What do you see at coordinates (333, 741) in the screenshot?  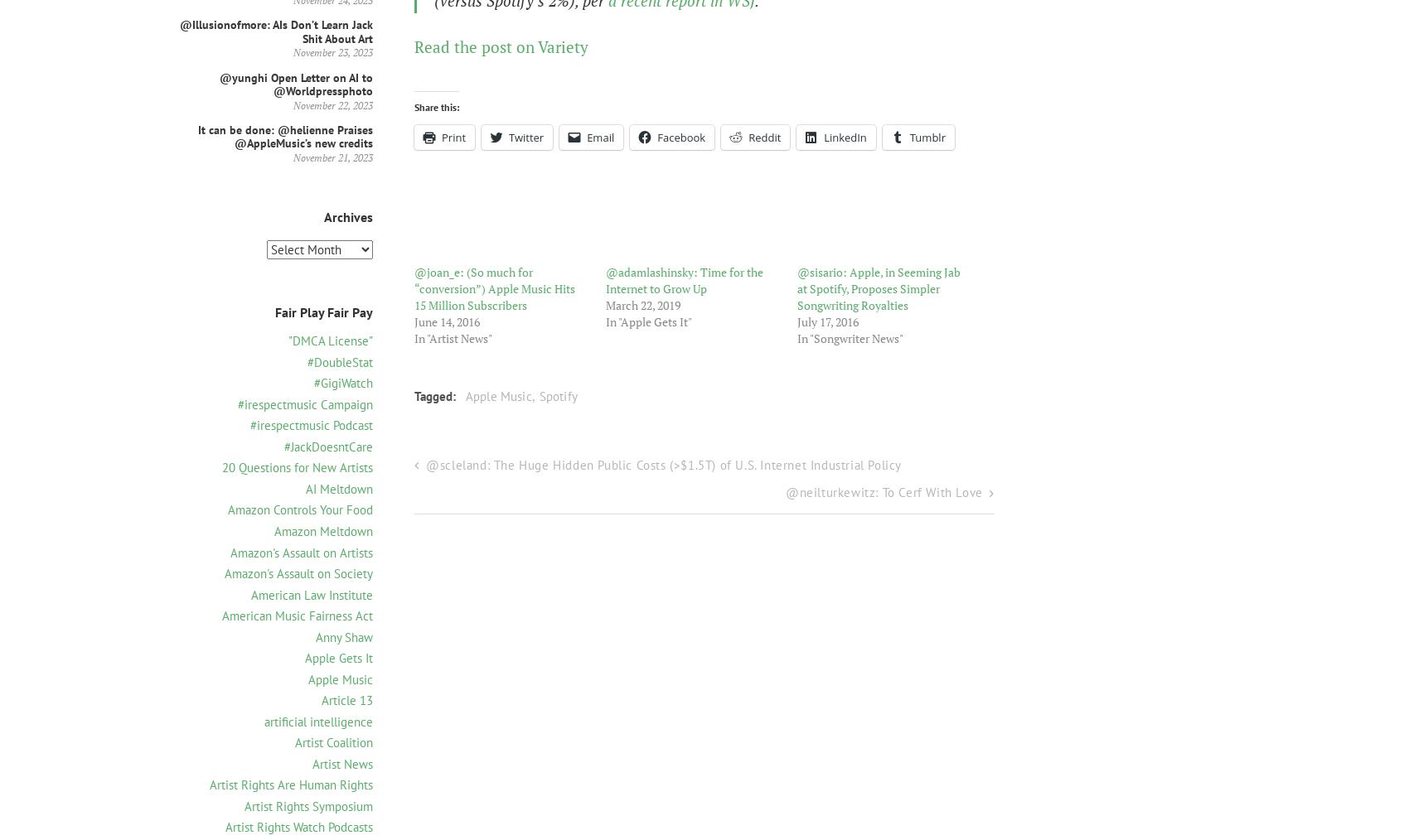 I see `'Artist Coalition'` at bounding box center [333, 741].